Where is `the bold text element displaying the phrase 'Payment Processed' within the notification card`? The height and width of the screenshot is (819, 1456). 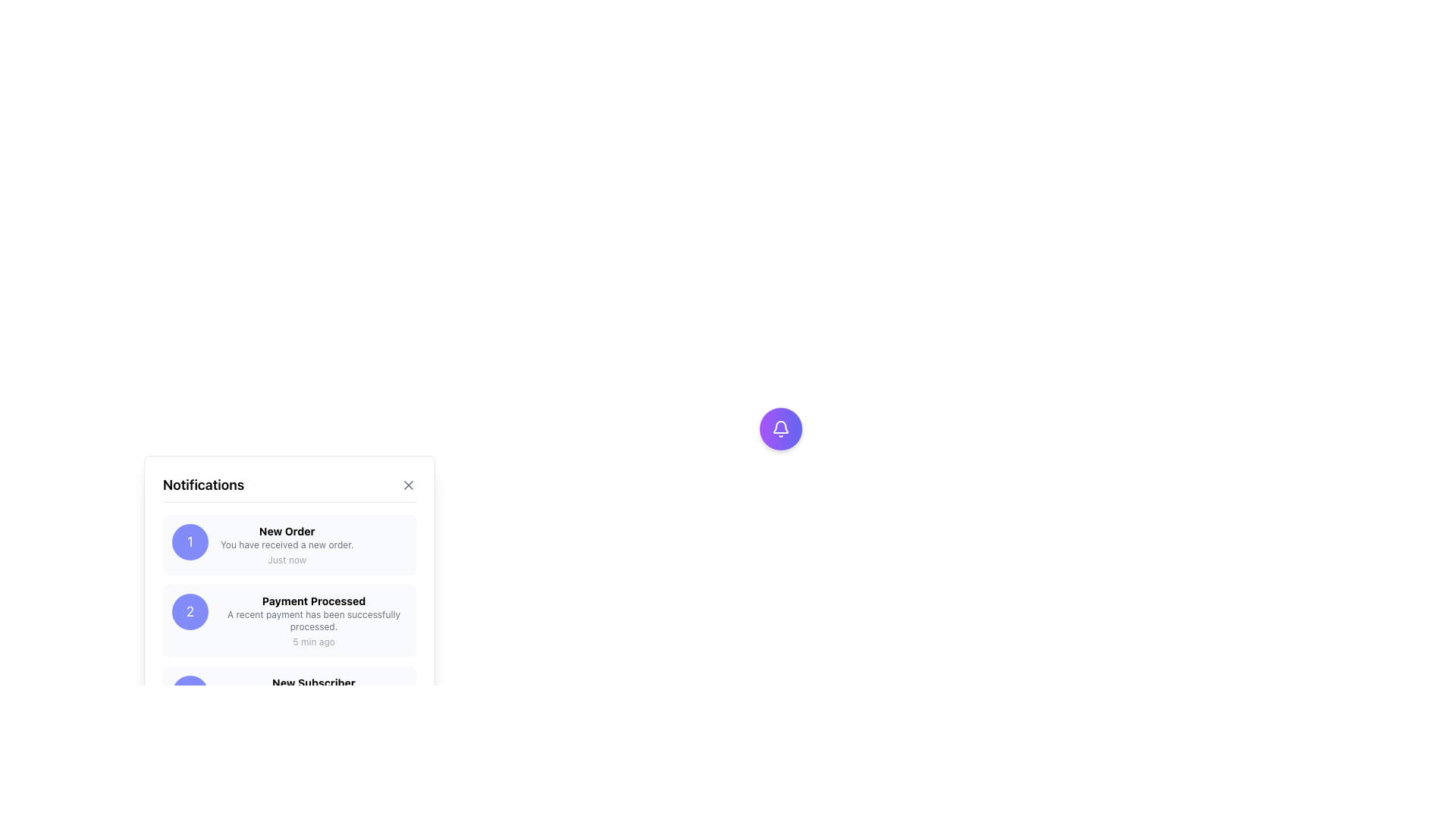
the bold text element displaying the phrase 'Payment Processed' within the notification card is located at coordinates (312, 601).